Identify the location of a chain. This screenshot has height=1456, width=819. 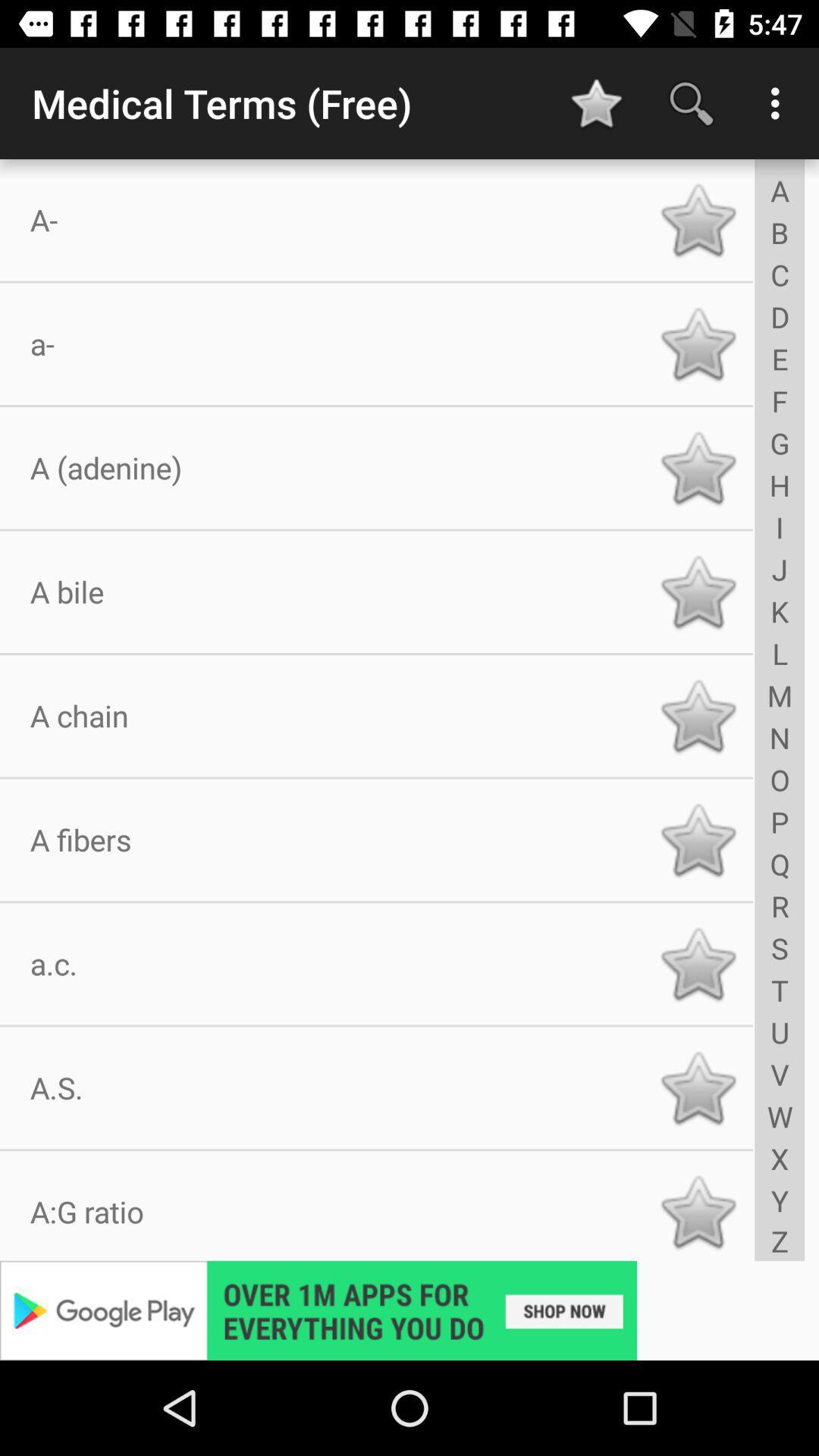
(698, 715).